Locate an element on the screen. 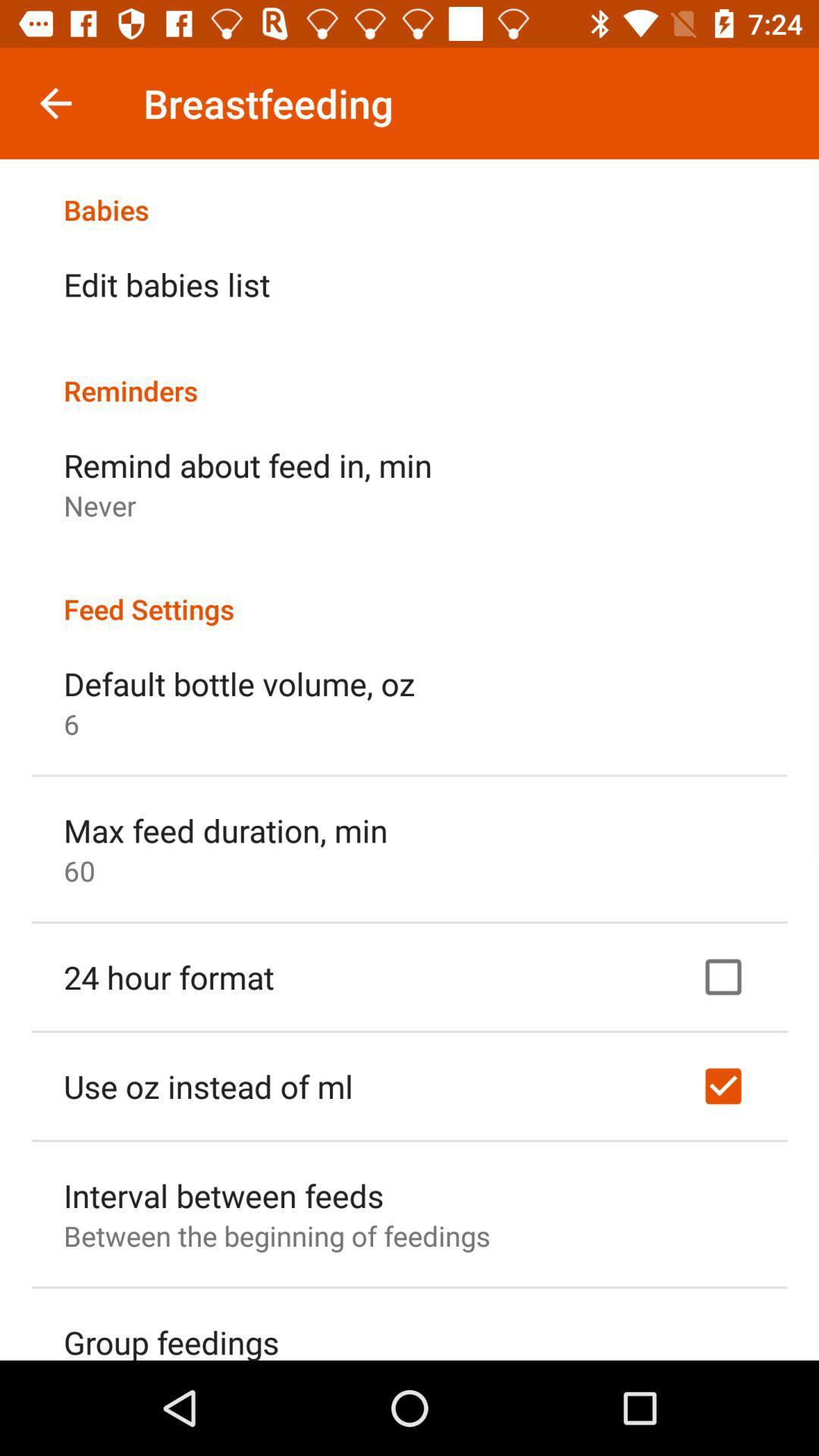 This screenshot has width=819, height=1456. the group feedings icon is located at coordinates (171, 1340).